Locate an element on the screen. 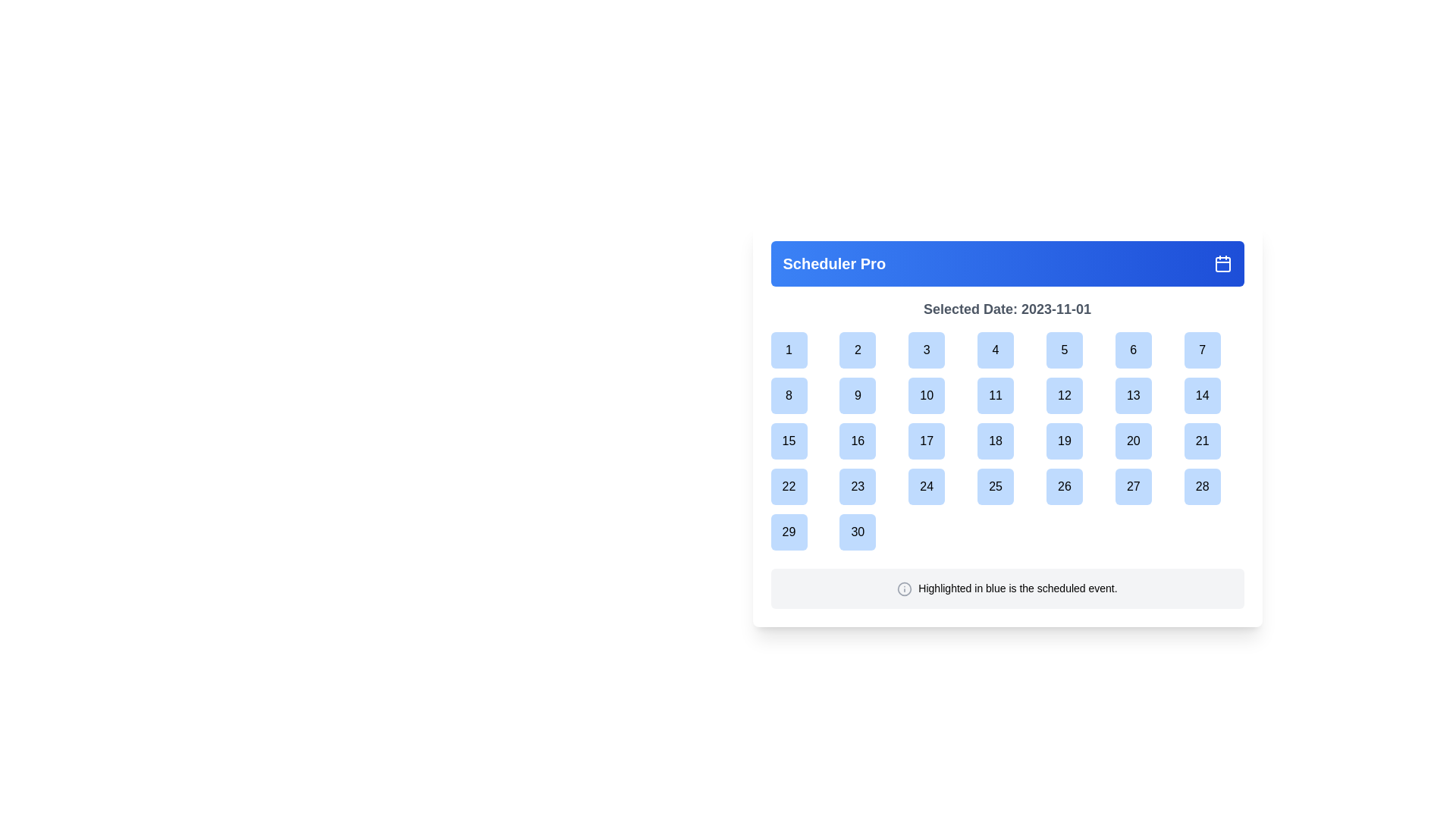  the Tooltip providing contextual information about the absence of events for the '20' cell in the calendar, located below the cell in the third row and sixth column is located at coordinates (1147, 427).